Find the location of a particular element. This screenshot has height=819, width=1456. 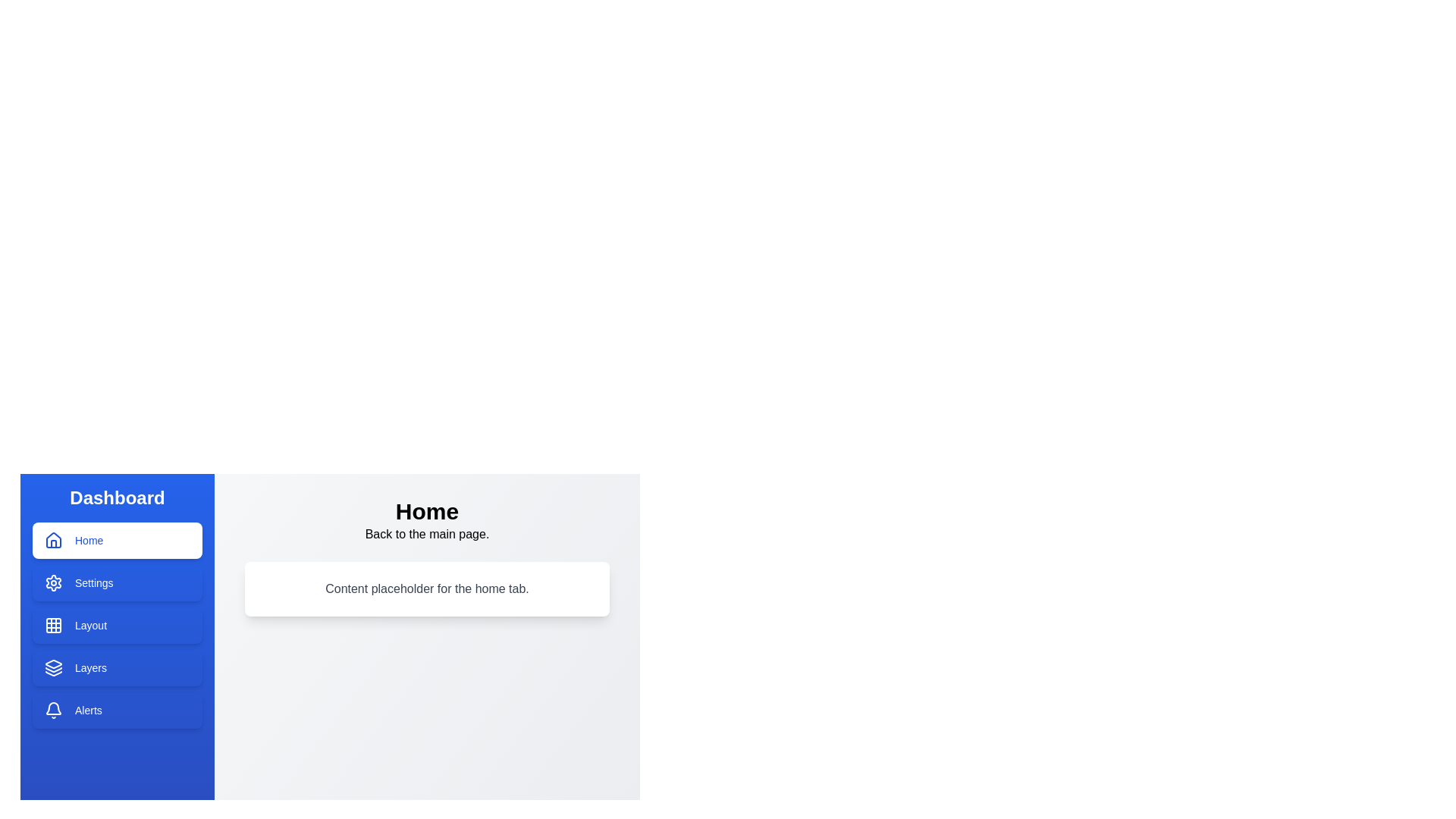

the Settings tab to switch the displayed content is located at coordinates (116, 582).